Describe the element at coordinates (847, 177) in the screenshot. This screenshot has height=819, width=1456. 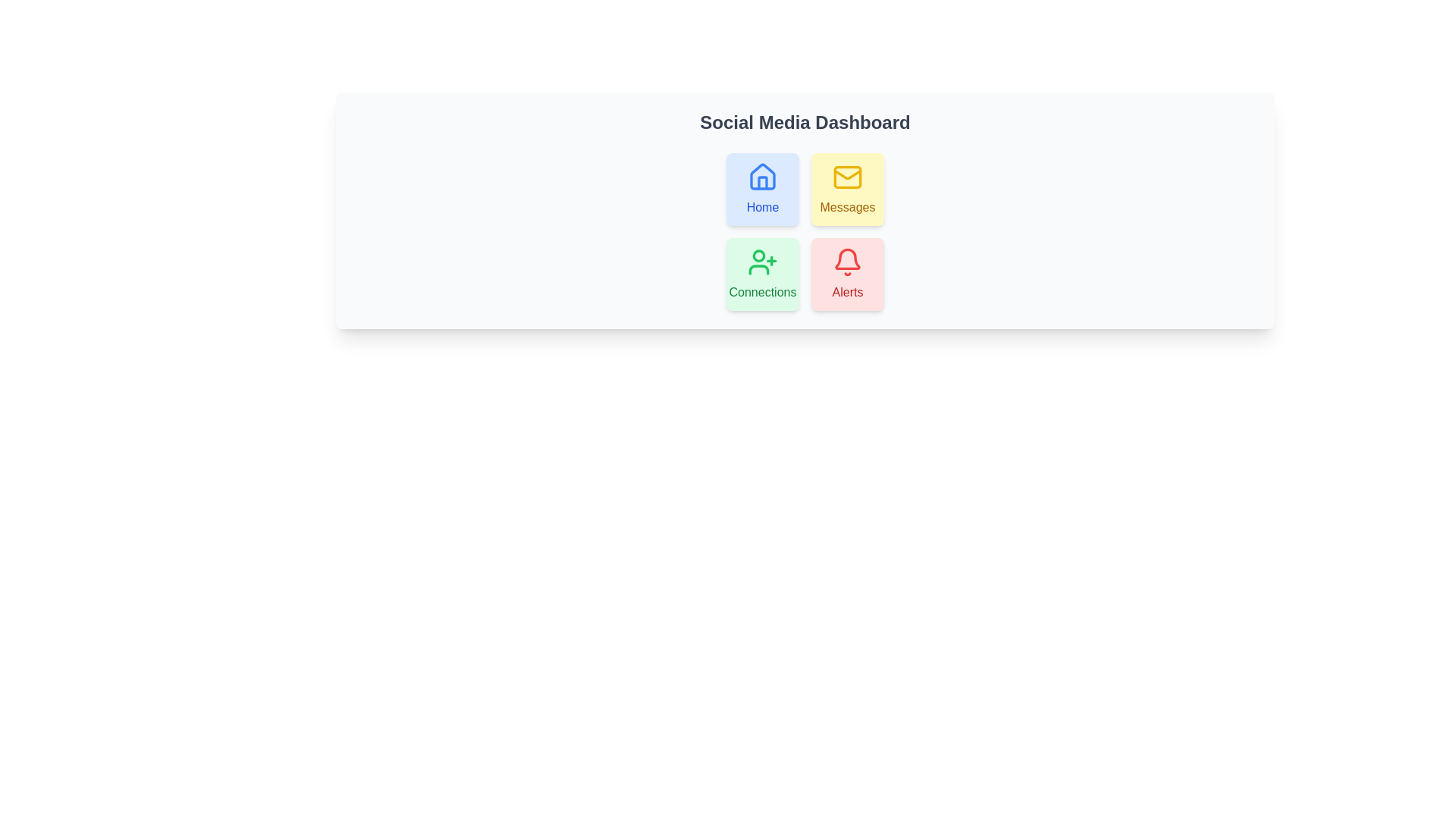
I see `the 'Messages' button which contains the envelope icon with a yellow outline and rounded corners` at that location.